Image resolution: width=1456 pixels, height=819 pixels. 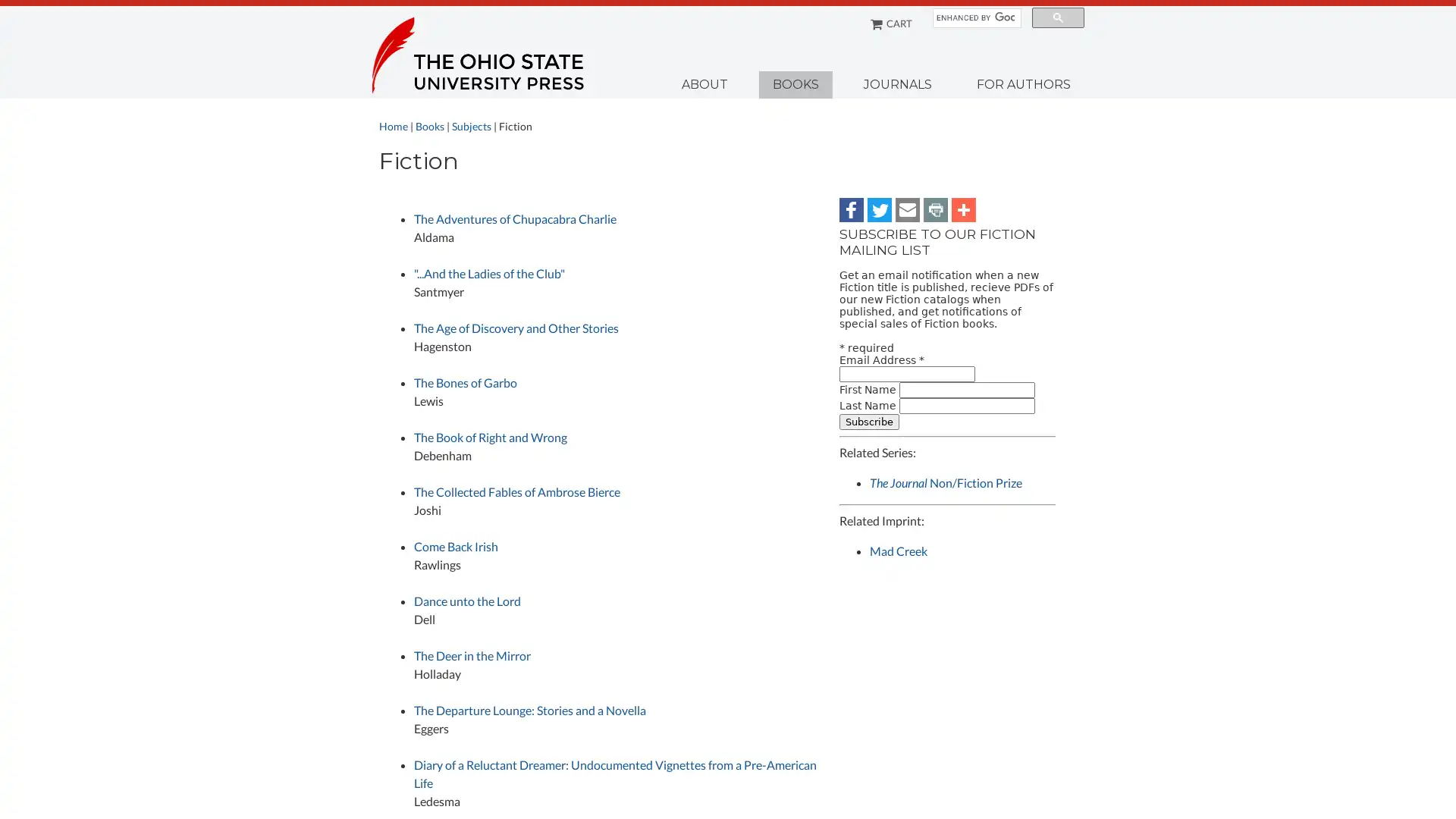 What do you see at coordinates (852, 209) in the screenshot?
I see `Share to Facebook` at bounding box center [852, 209].